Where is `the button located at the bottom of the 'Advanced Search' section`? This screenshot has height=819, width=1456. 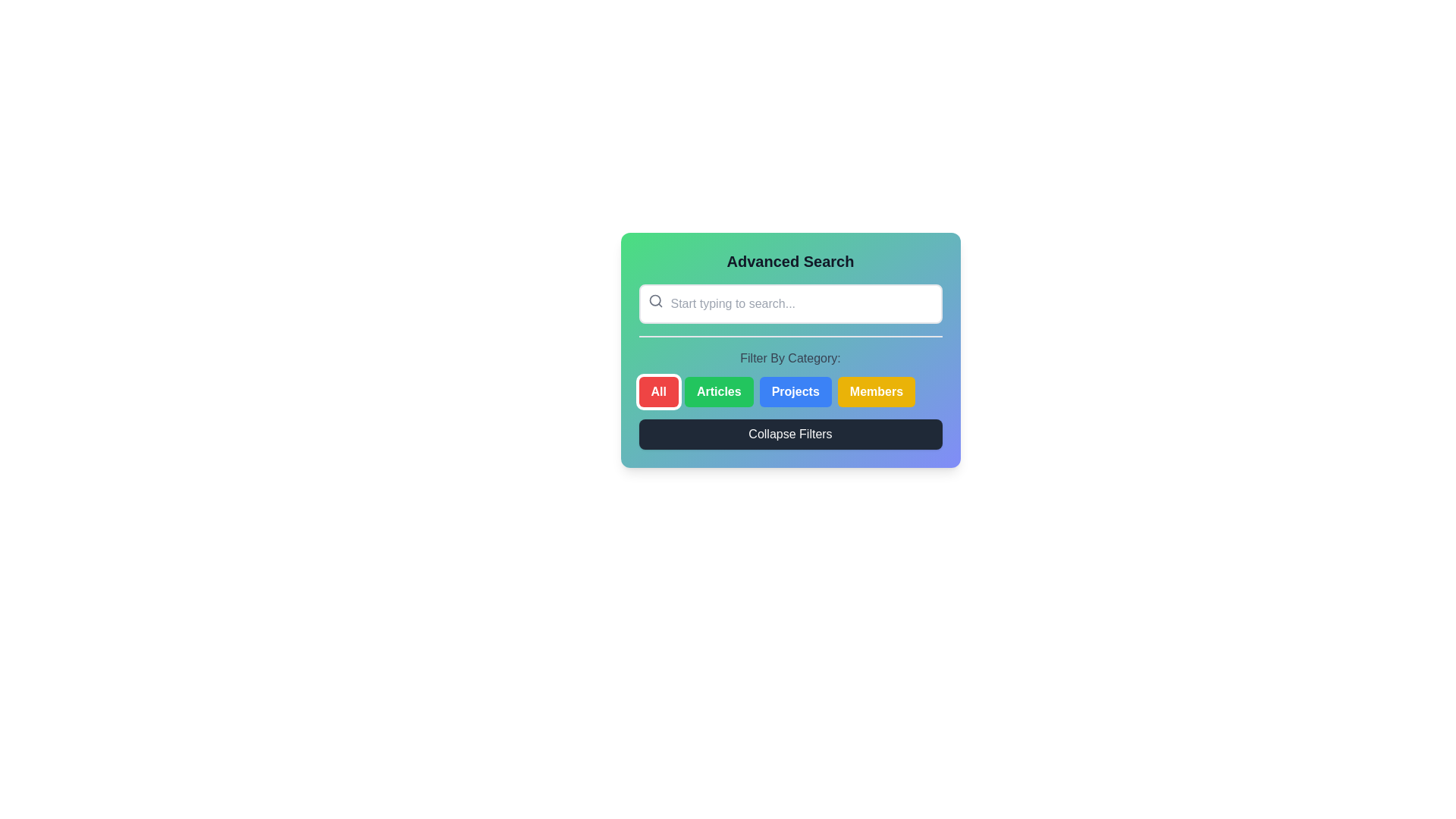
the button located at the bottom of the 'Advanced Search' section is located at coordinates (789, 435).